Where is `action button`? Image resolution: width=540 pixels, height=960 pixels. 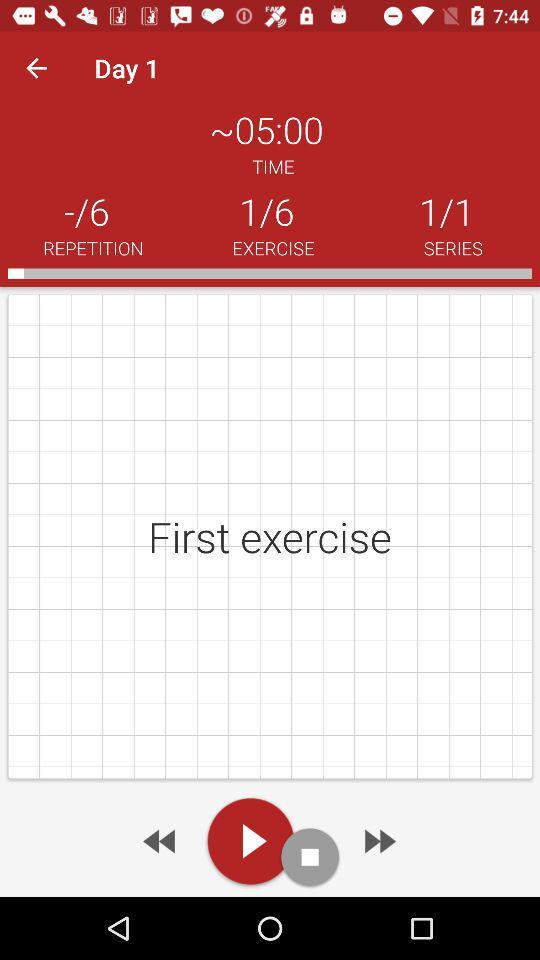 action button is located at coordinates (310, 856).